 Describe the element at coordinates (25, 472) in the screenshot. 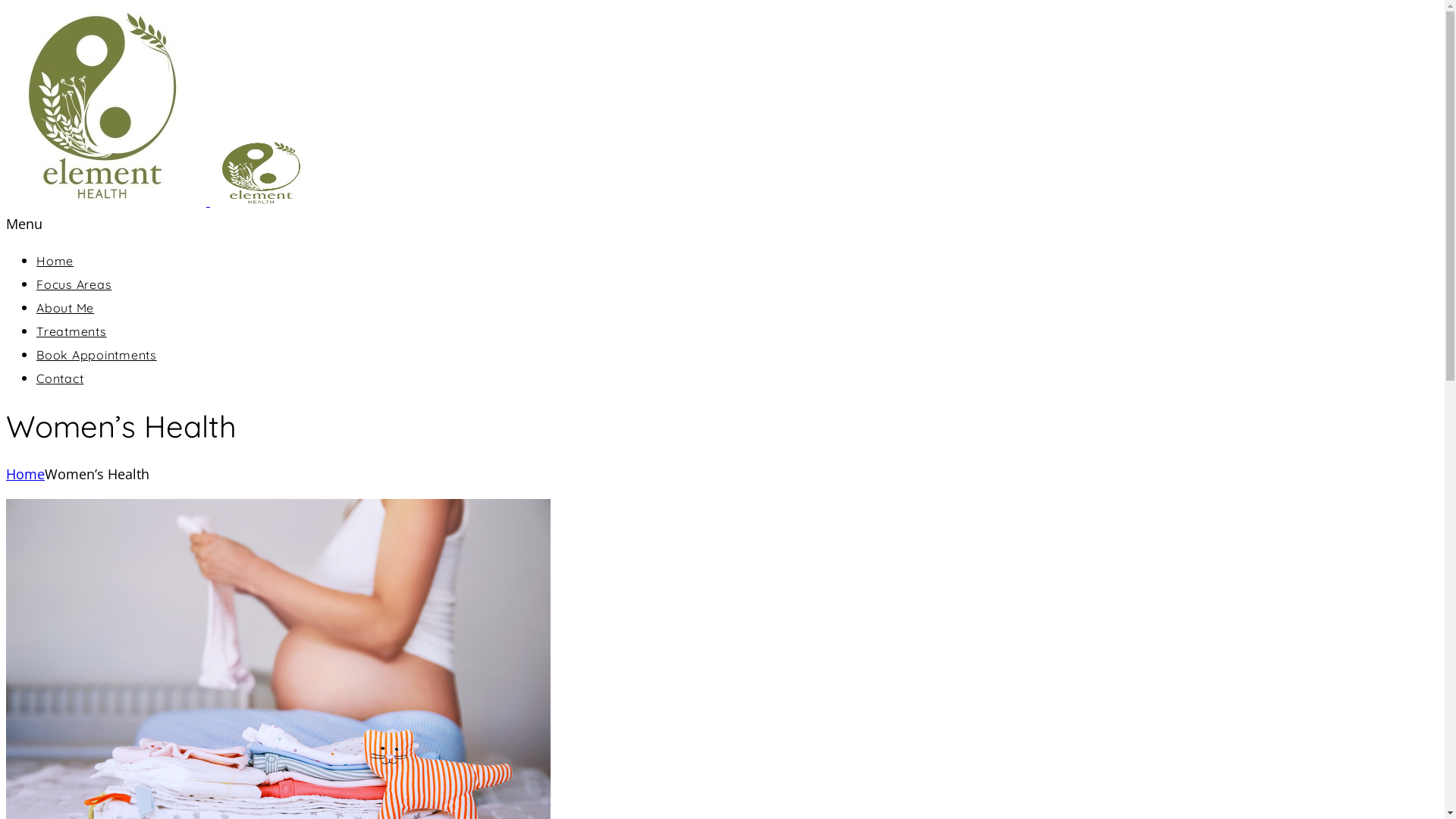

I see `'Home'` at that location.